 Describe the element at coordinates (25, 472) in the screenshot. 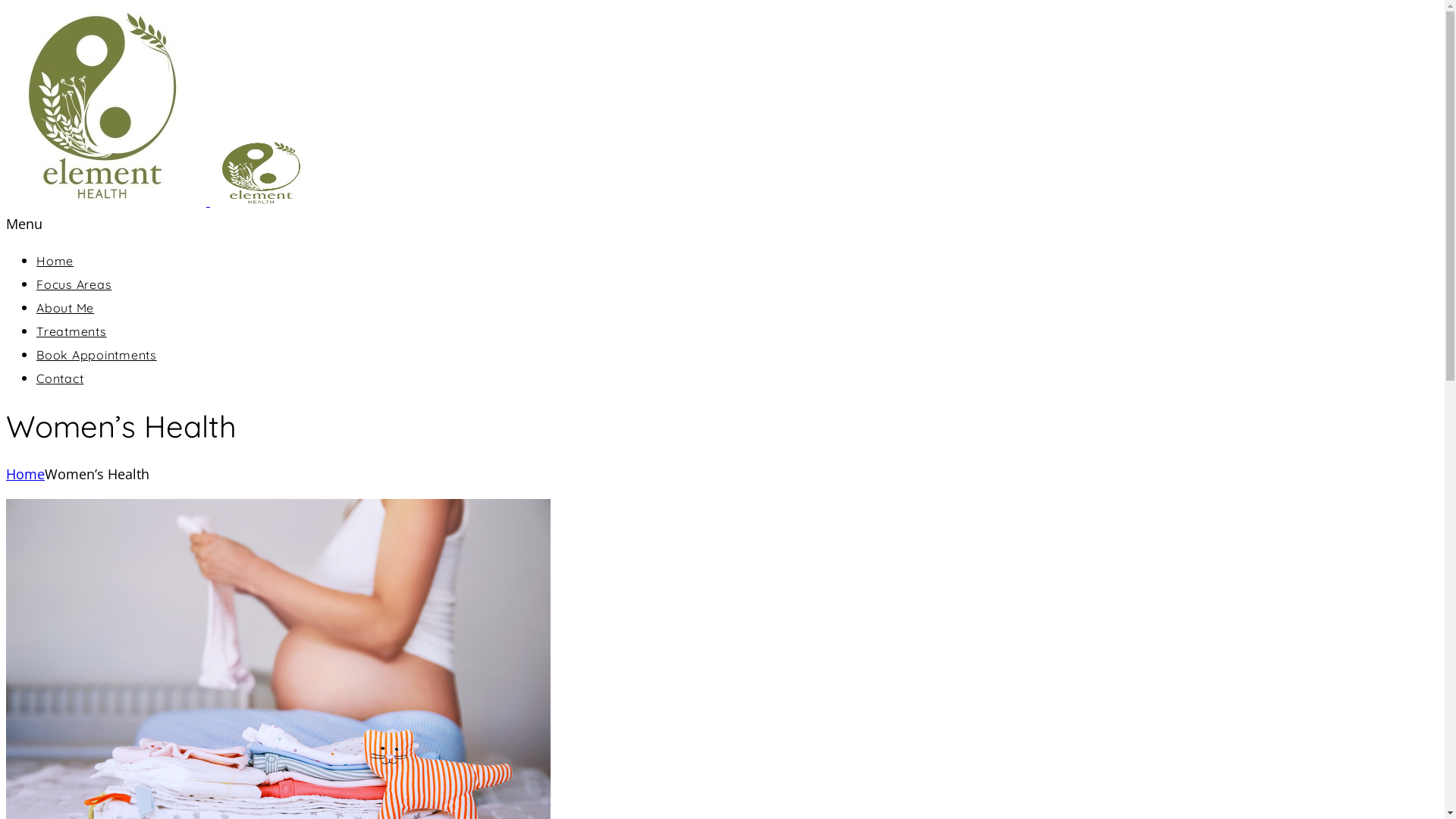

I see `'Home'` at that location.